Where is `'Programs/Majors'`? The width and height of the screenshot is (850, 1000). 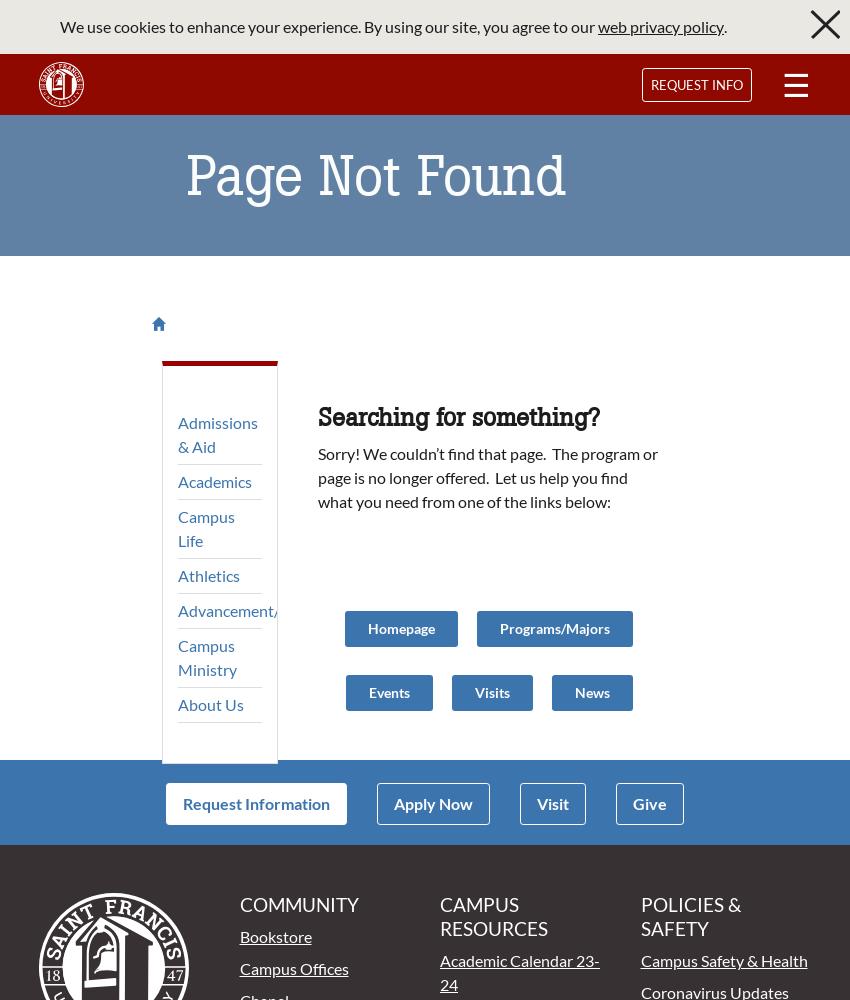 'Programs/Majors' is located at coordinates (554, 627).